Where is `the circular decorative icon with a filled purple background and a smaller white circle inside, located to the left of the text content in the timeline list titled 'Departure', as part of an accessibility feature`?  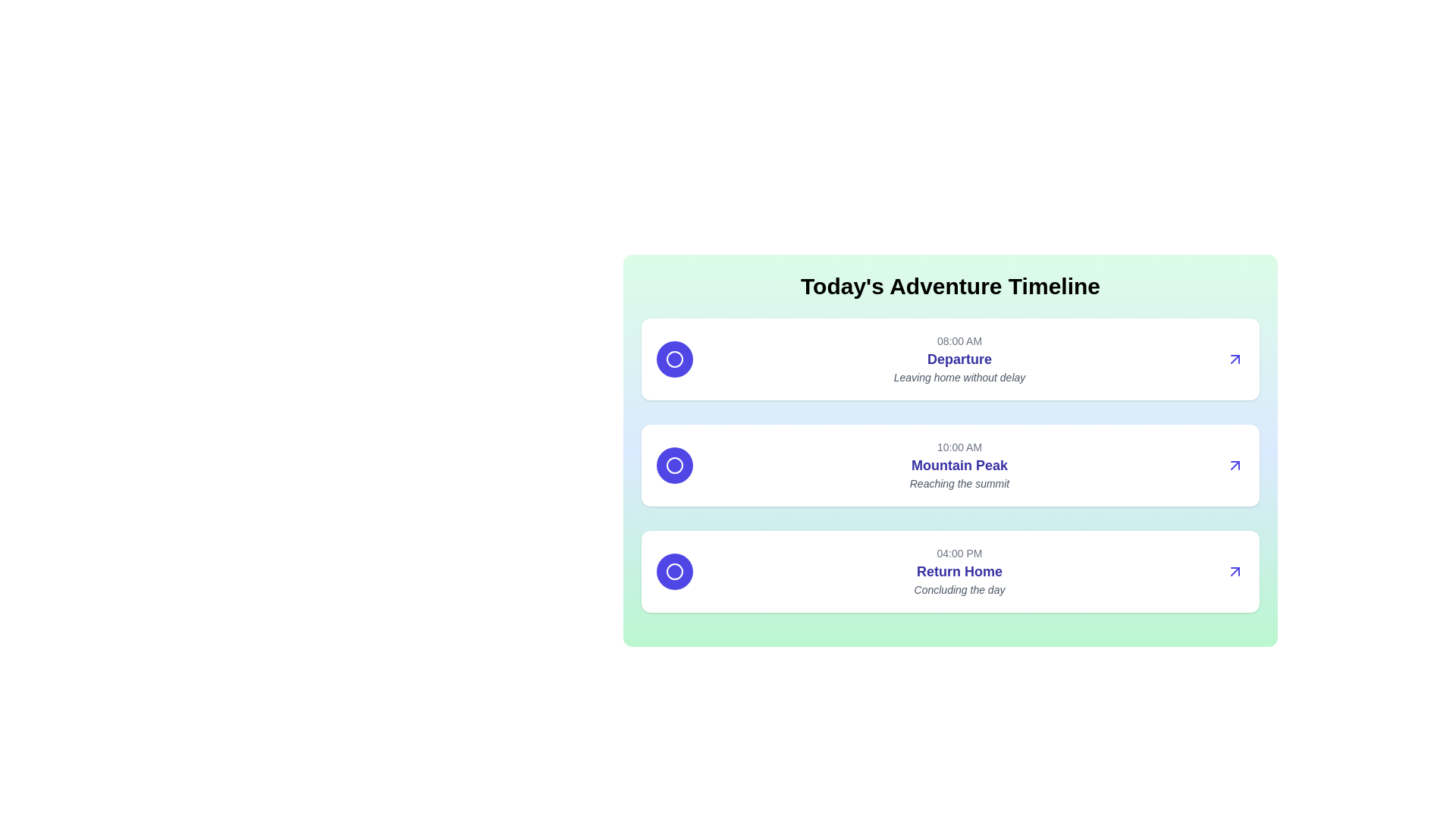
the circular decorative icon with a filled purple background and a smaller white circle inside, located to the left of the text content in the timeline list titled 'Departure', as part of an accessibility feature is located at coordinates (673, 359).